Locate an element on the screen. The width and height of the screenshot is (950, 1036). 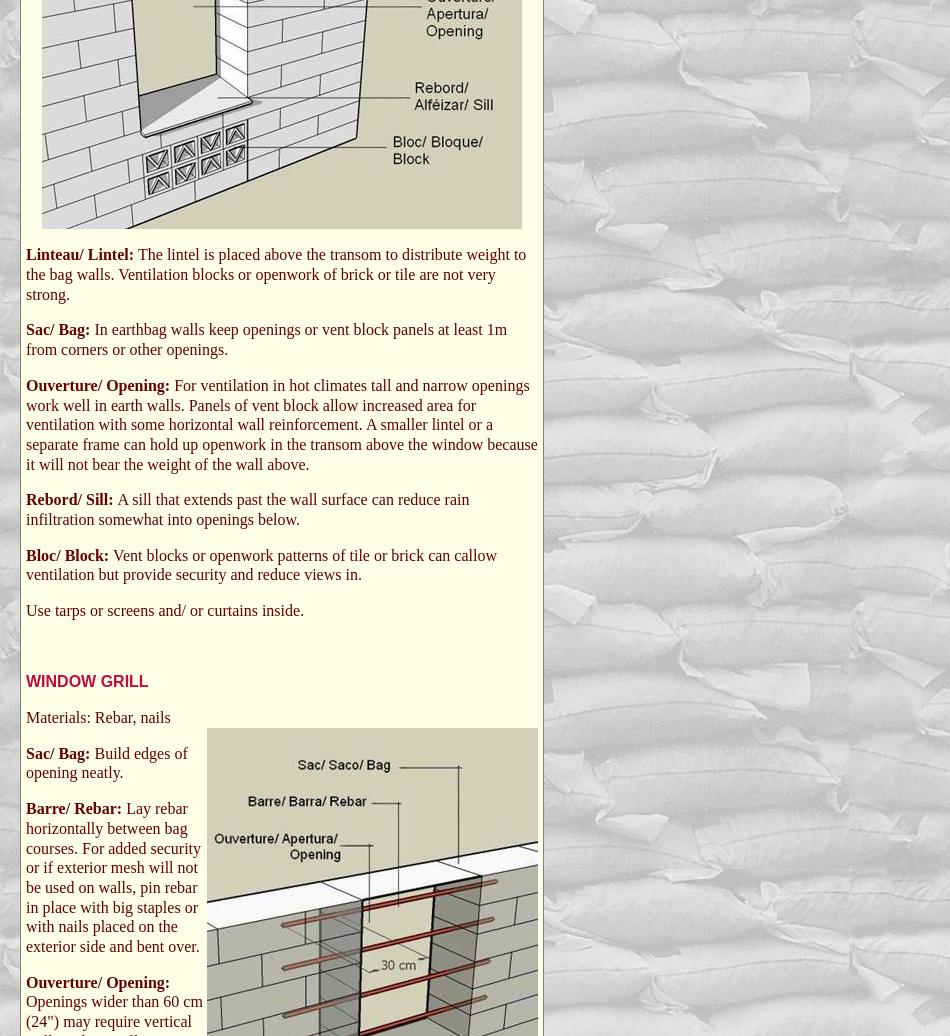
'Rebord/ Sill:' is located at coordinates (71, 499).